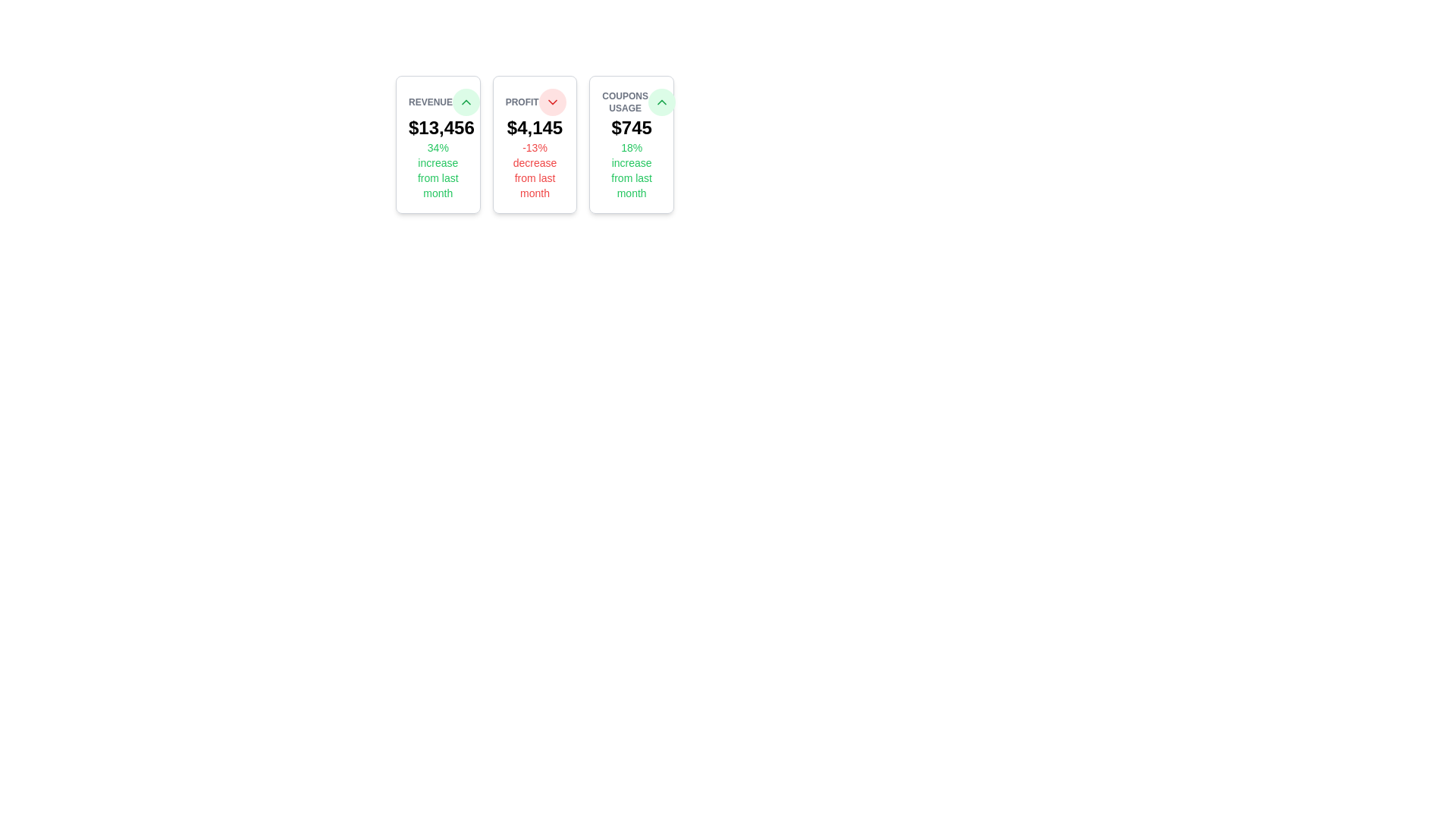 The image size is (1456, 819). Describe the element at coordinates (662, 102) in the screenshot. I see `the circular green Icon button with a dark green chevron-up icon located in the top-right corner of the 'Coupons Usage' card header` at that location.